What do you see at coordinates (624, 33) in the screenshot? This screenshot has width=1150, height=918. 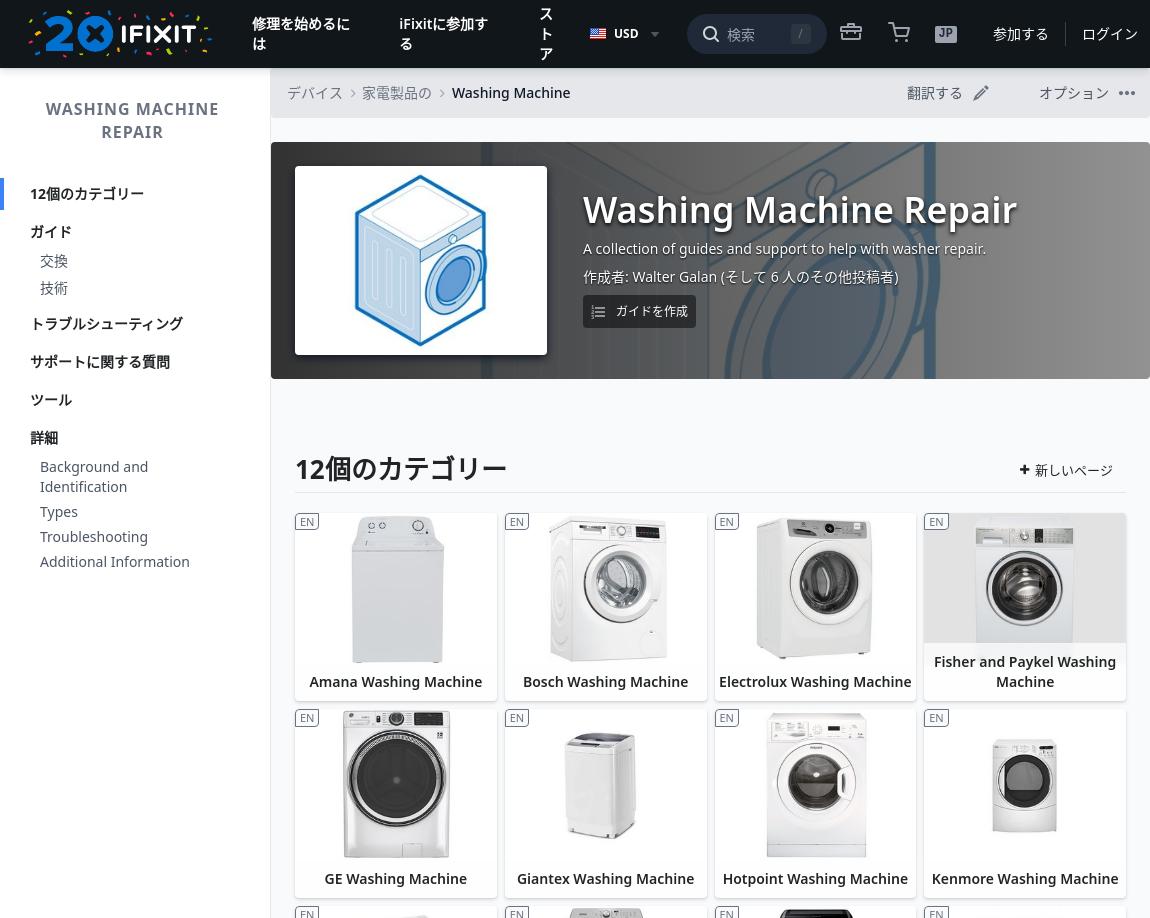 I see `'USD'` at bounding box center [624, 33].